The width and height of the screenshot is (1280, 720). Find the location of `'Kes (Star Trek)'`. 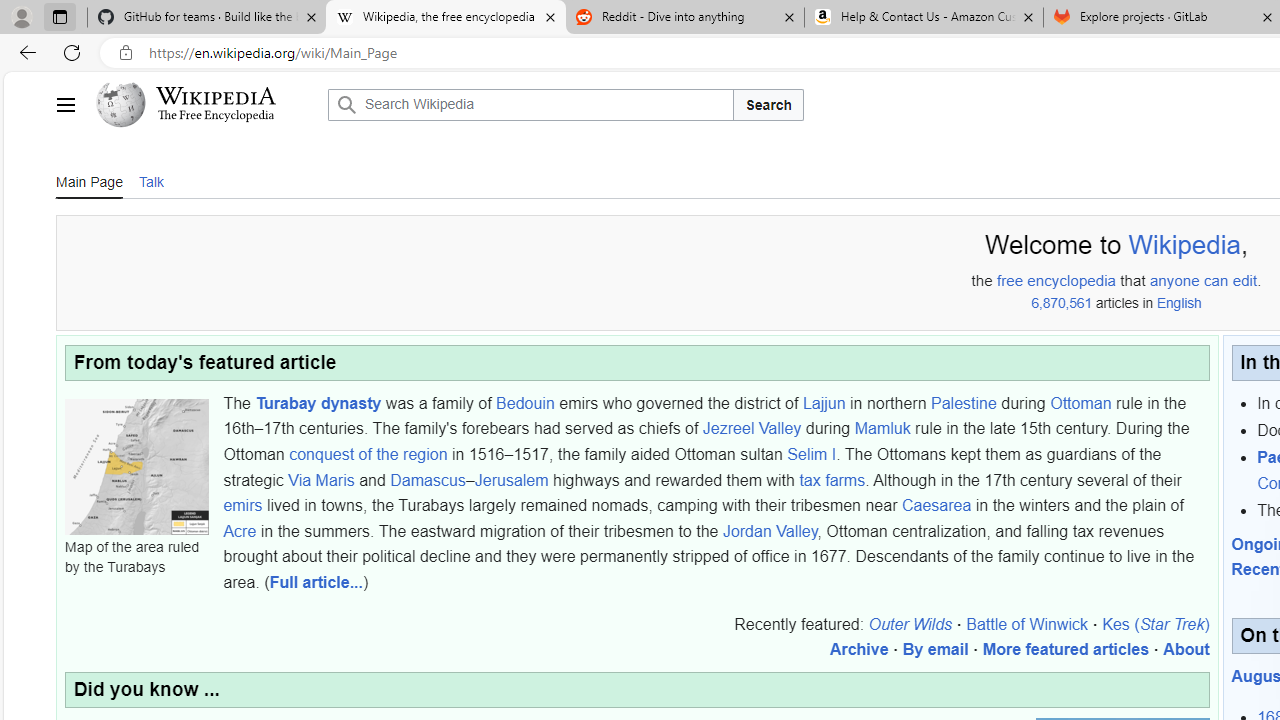

'Kes (Star Trek)' is located at coordinates (1155, 622).